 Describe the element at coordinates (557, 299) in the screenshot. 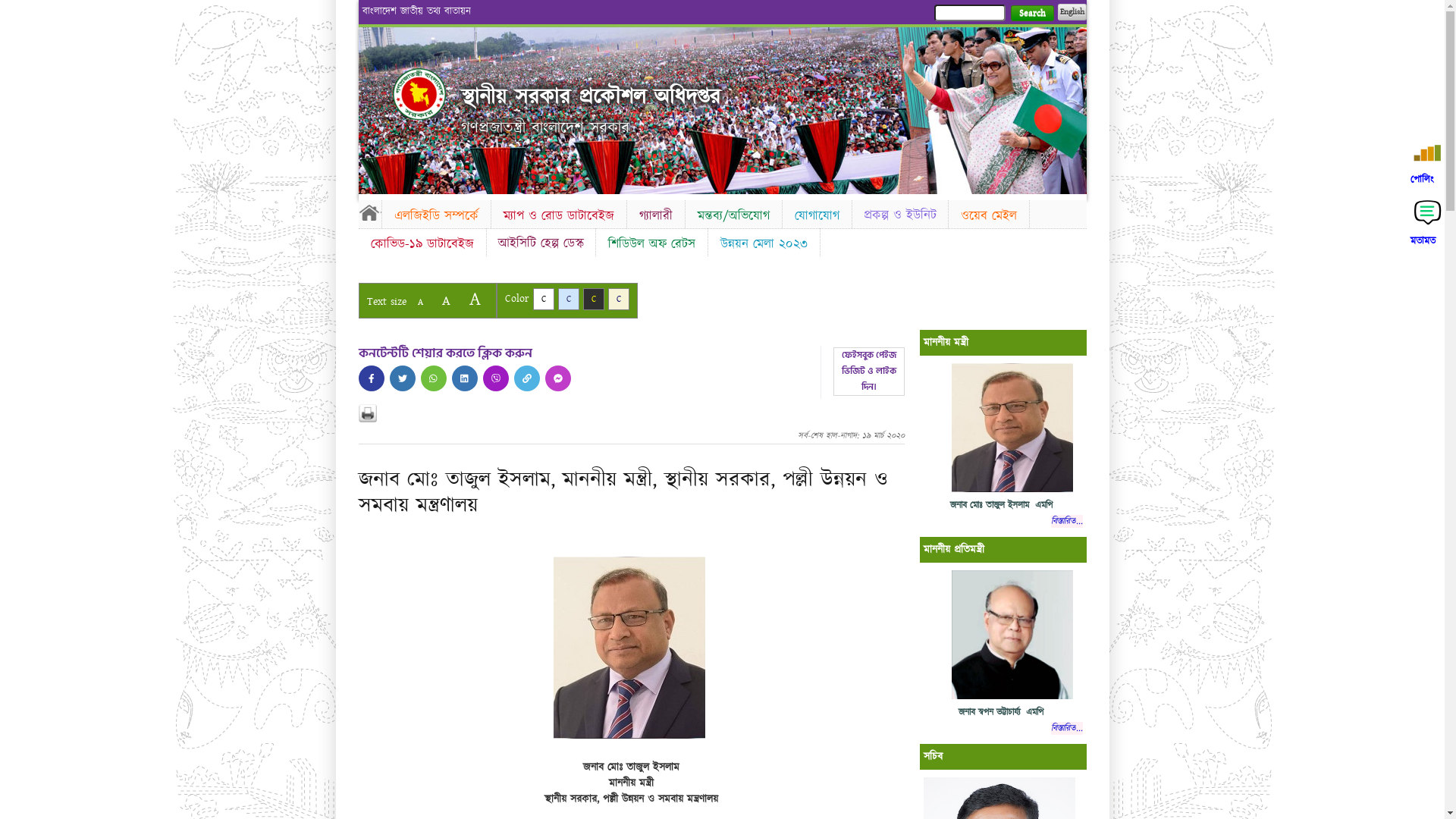

I see `'C'` at that location.